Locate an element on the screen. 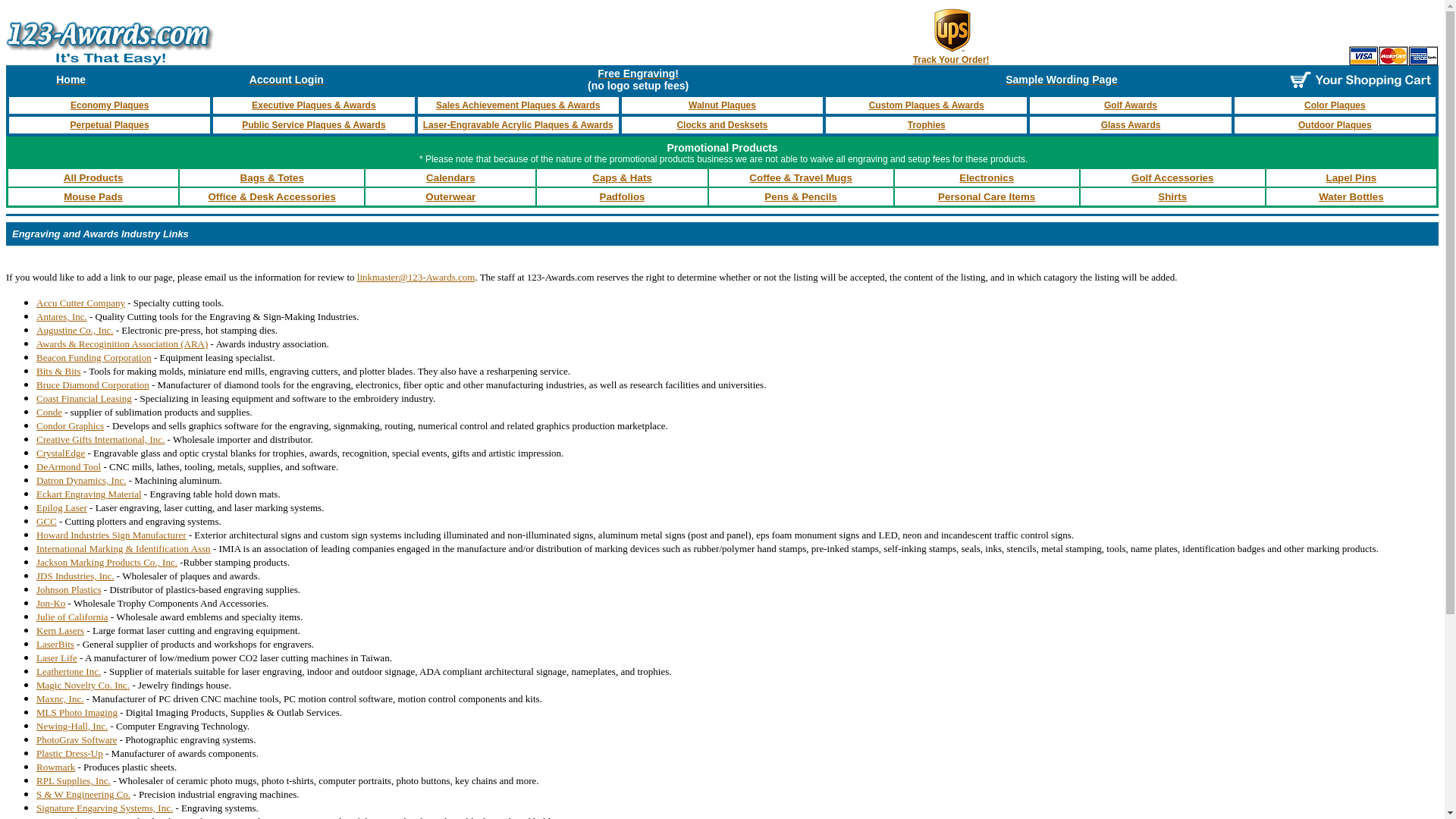 The height and width of the screenshot is (819, 1456). 'Conde' is located at coordinates (49, 412).